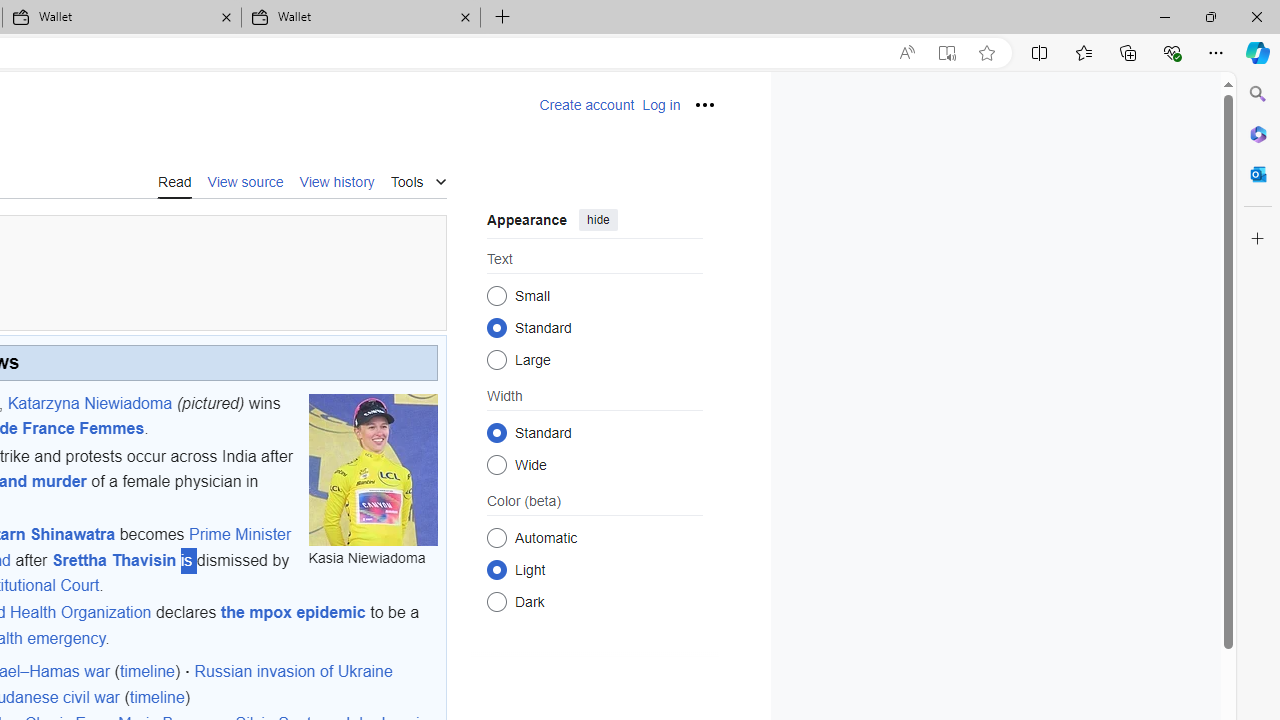 Image resolution: width=1280 pixels, height=720 pixels. Describe the element at coordinates (496, 464) in the screenshot. I see `'Wide'` at that location.